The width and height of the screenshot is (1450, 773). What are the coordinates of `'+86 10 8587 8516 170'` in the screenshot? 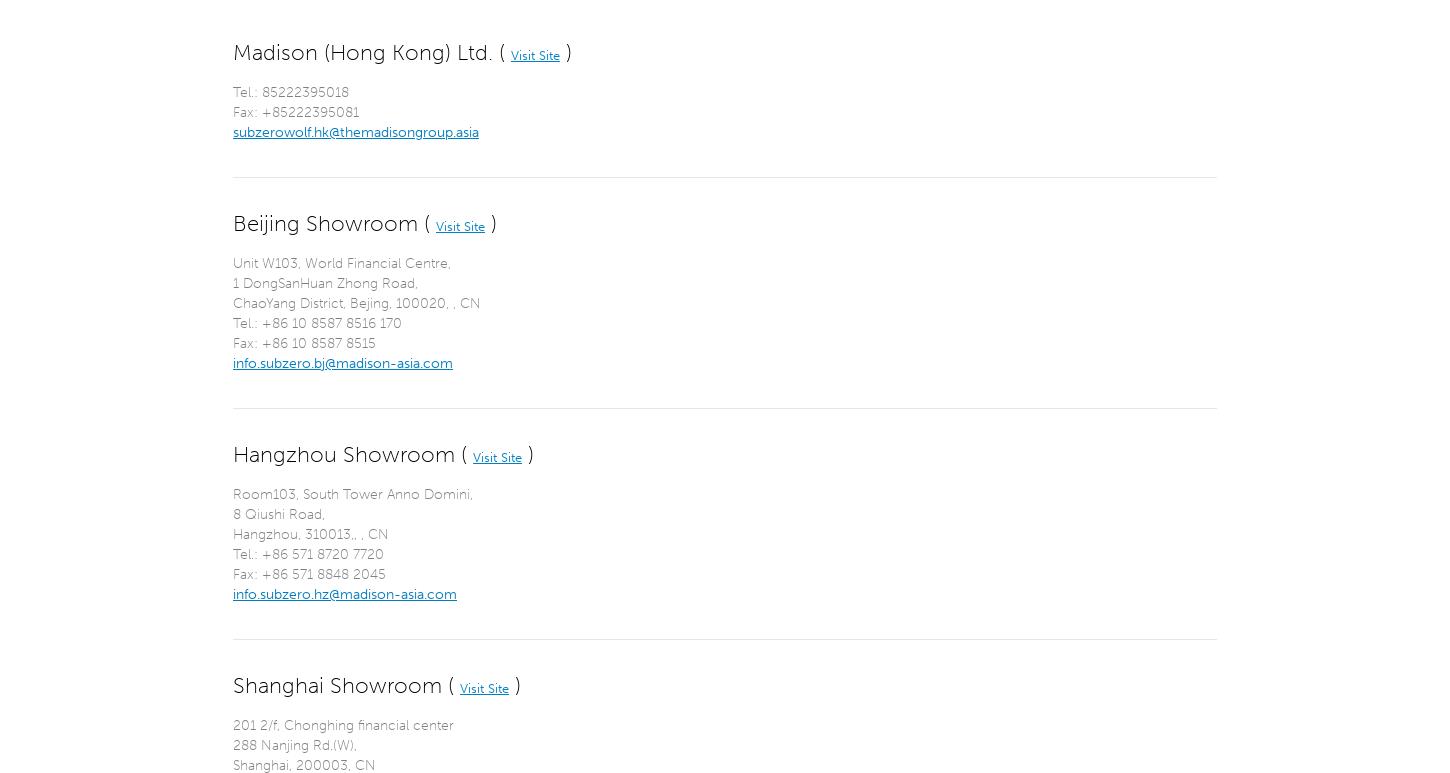 It's located at (332, 322).